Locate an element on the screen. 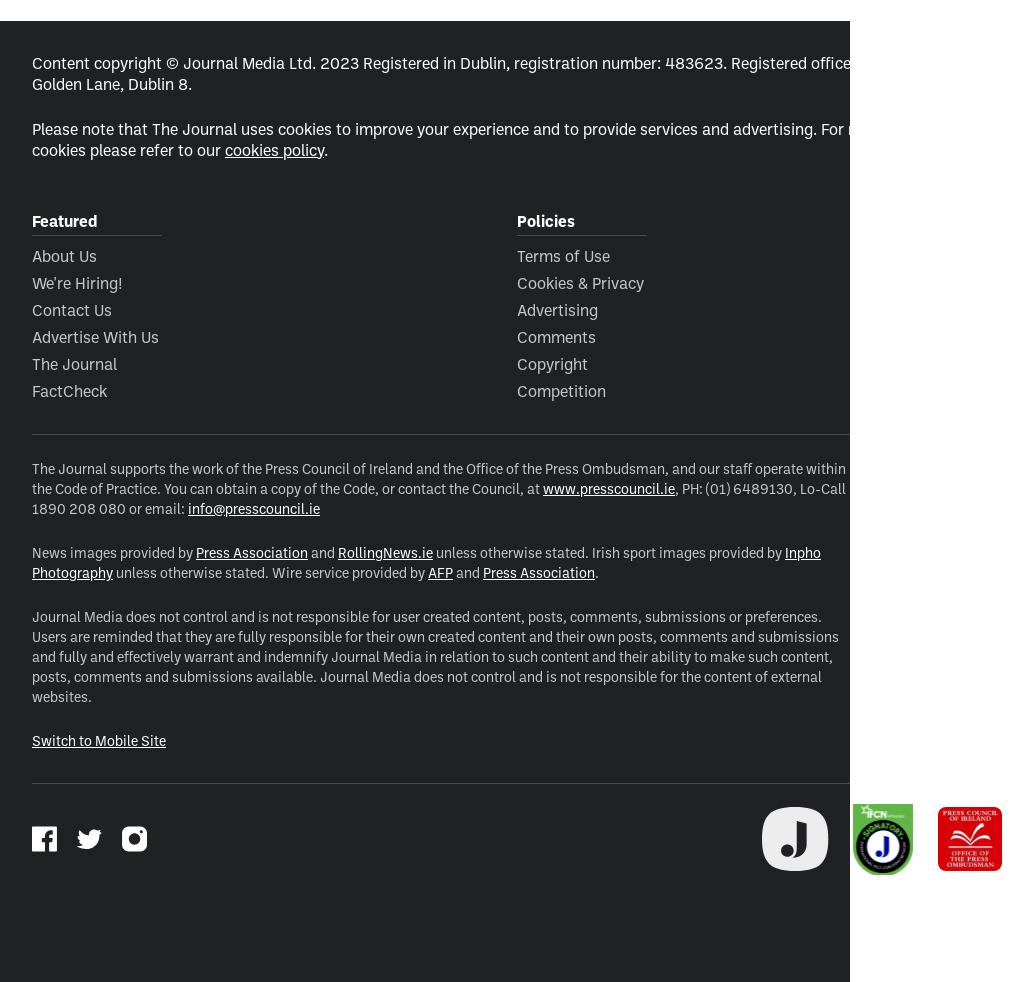  'Competition' is located at coordinates (561, 389).